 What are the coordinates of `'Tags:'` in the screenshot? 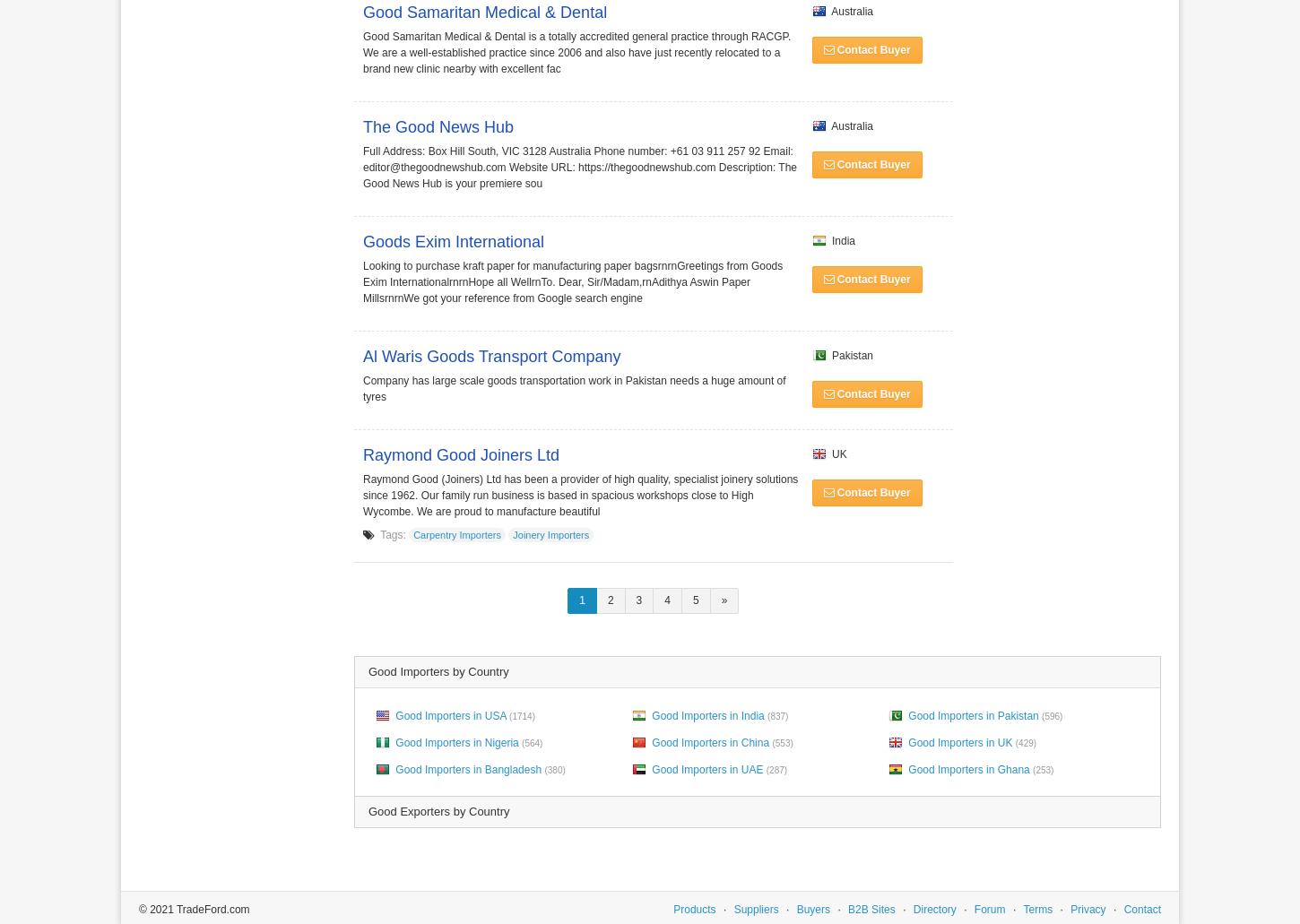 It's located at (392, 533).